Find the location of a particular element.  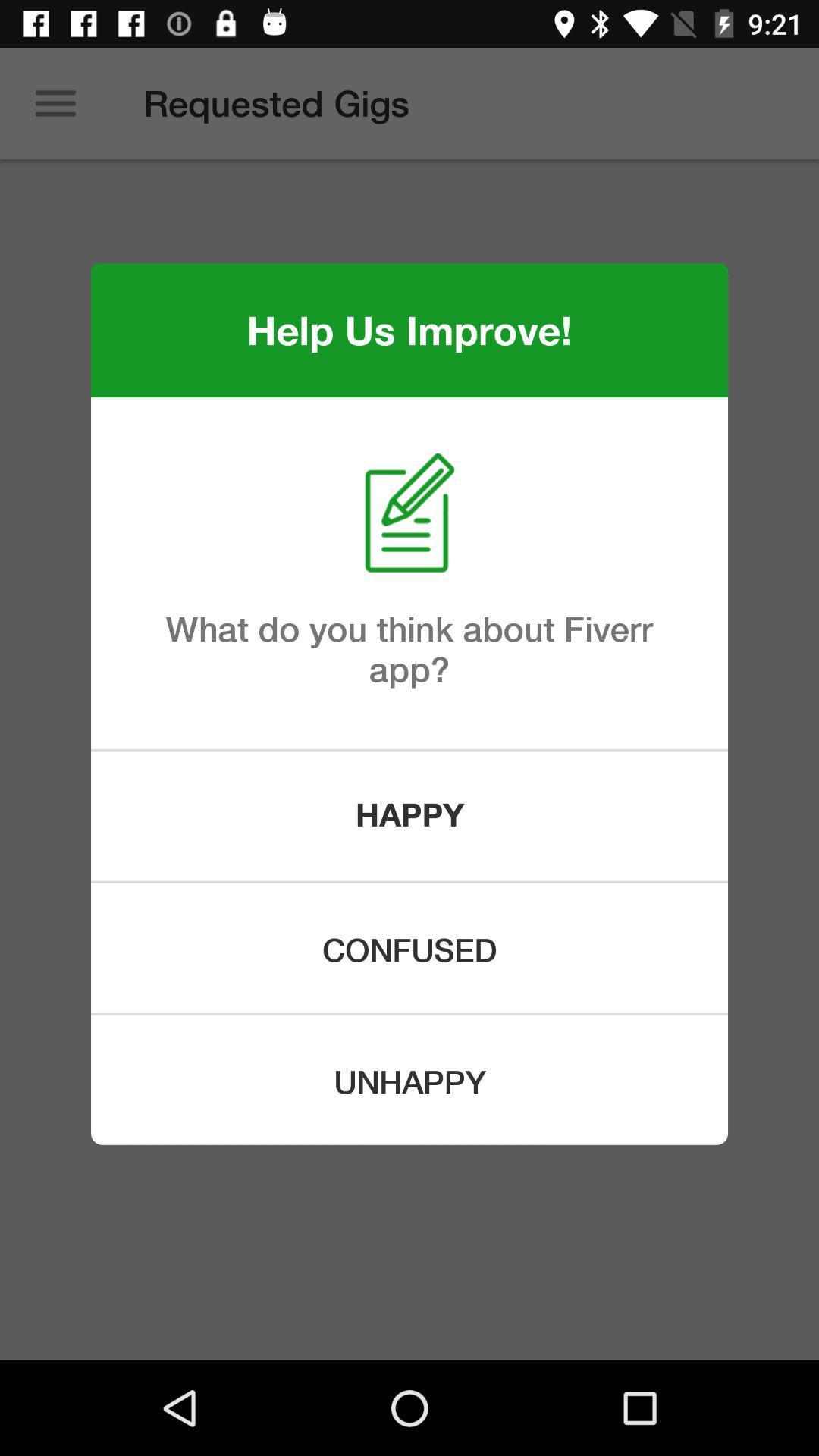

the happy is located at coordinates (409, 815).